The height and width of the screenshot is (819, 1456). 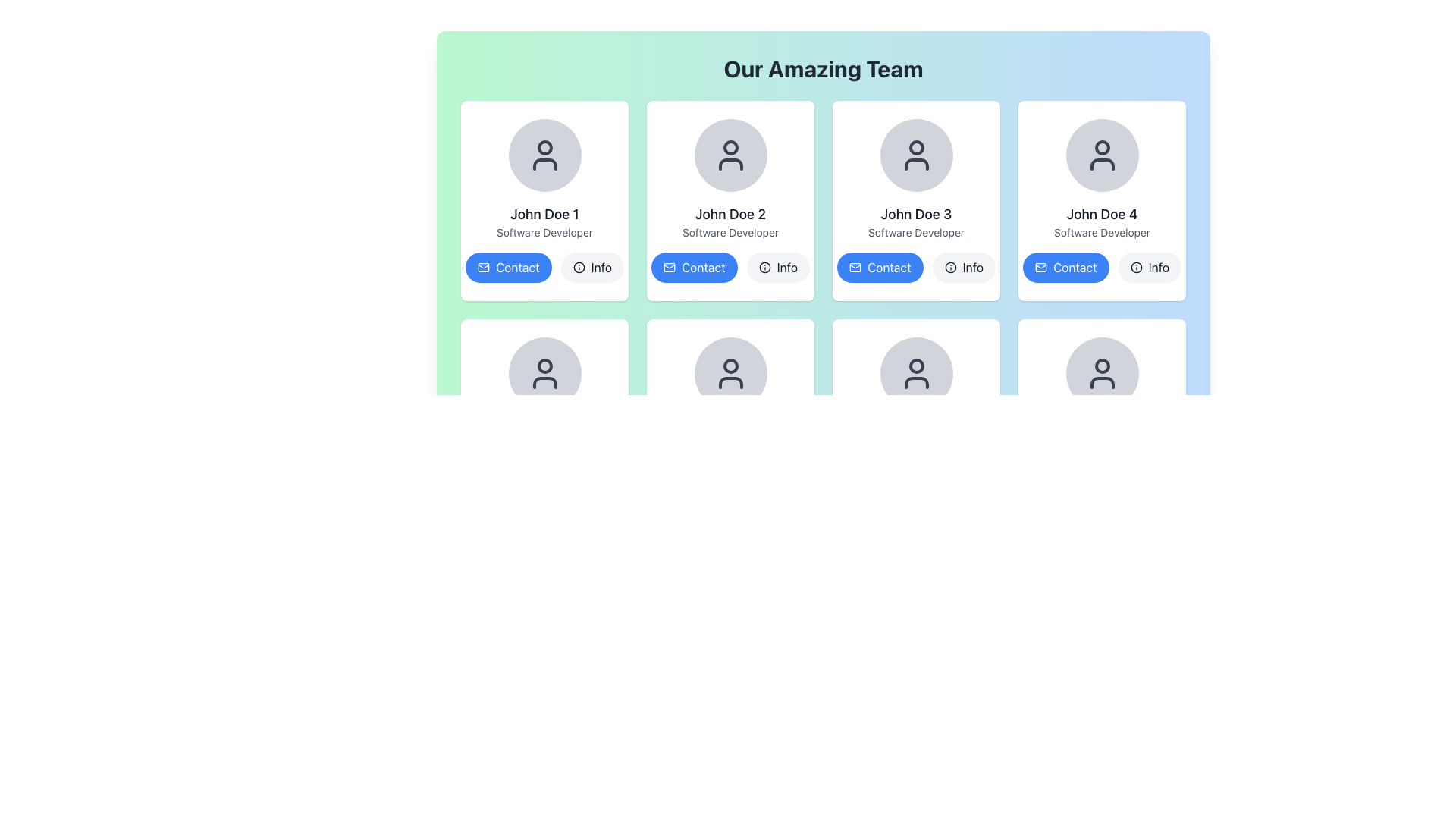 What do you see at coordinates (949, 267) in the screenshot?
I see `the information icon located within the 'Info' button of the third profile card labeled 'John Doe 3'` at bounding box center [949, 267].